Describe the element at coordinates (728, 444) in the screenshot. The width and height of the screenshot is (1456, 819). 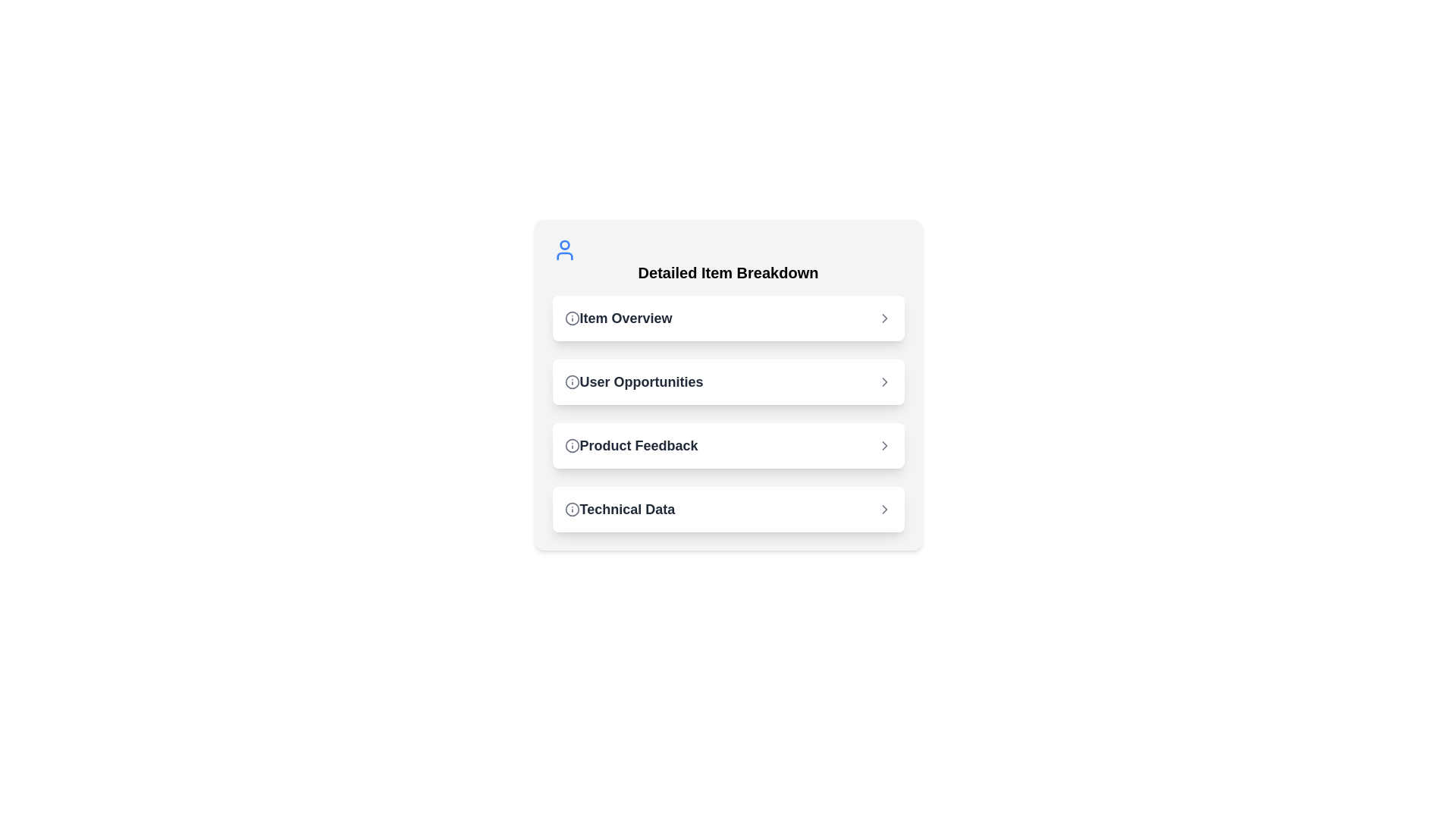
I see `the third button in the 'Detailed Item Breakdown' menu` at that location.